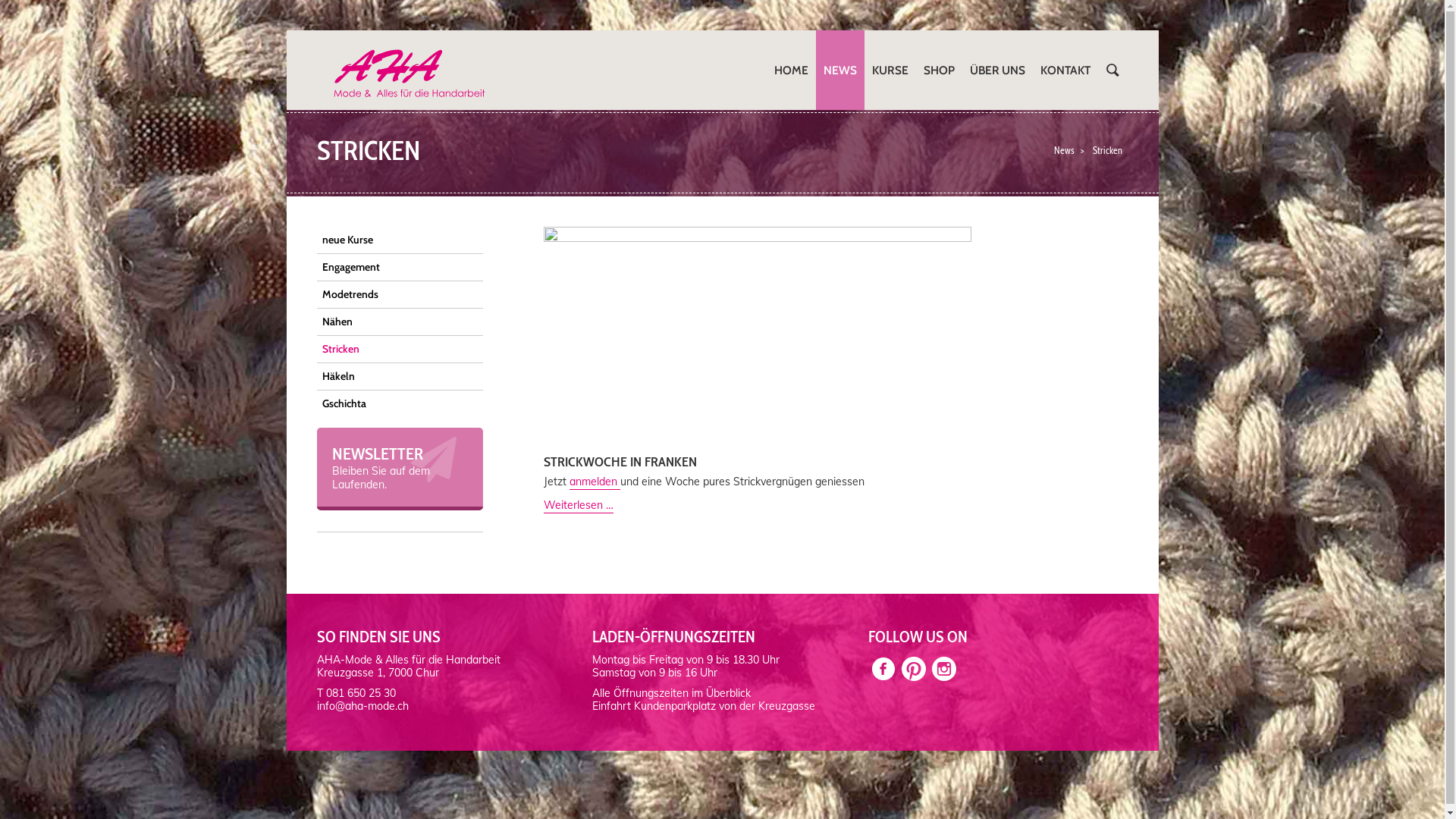 This screenshot has height=819, width=1456. Describe the element at coordinates (1065, 70) in the screenshot. I see `'KONTAKT'` at that location.